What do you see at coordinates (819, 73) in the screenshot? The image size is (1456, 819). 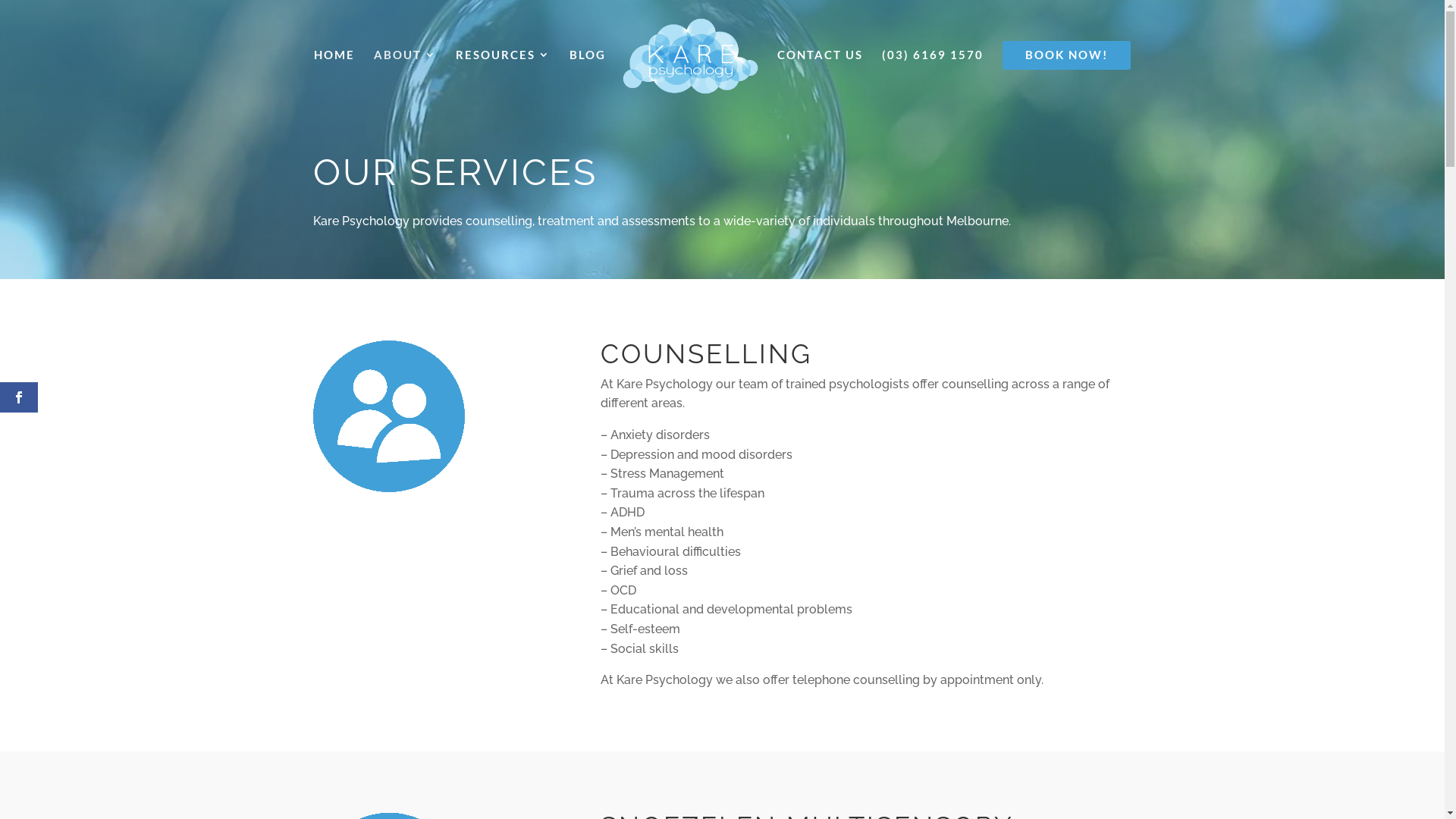 I see `'CONTACT US'` at bounding box center [819, 73].